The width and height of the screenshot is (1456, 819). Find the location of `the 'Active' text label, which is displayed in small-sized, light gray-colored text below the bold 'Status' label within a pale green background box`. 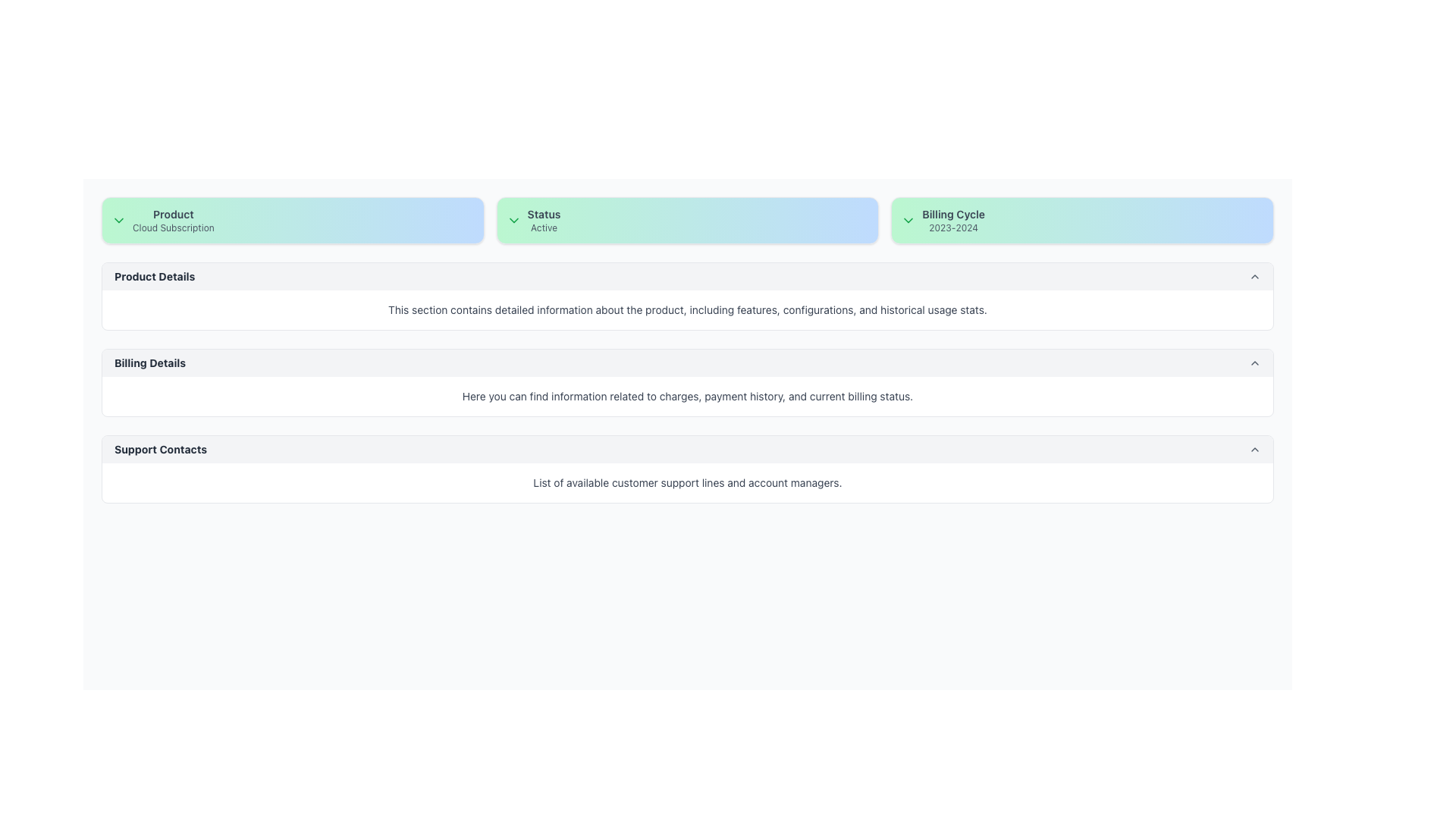

the 'Active' text label, which is displayed in small-sized, light gray-colored text below the bold 'Status' label within a pale green background box is located at coordinates (544, 227).